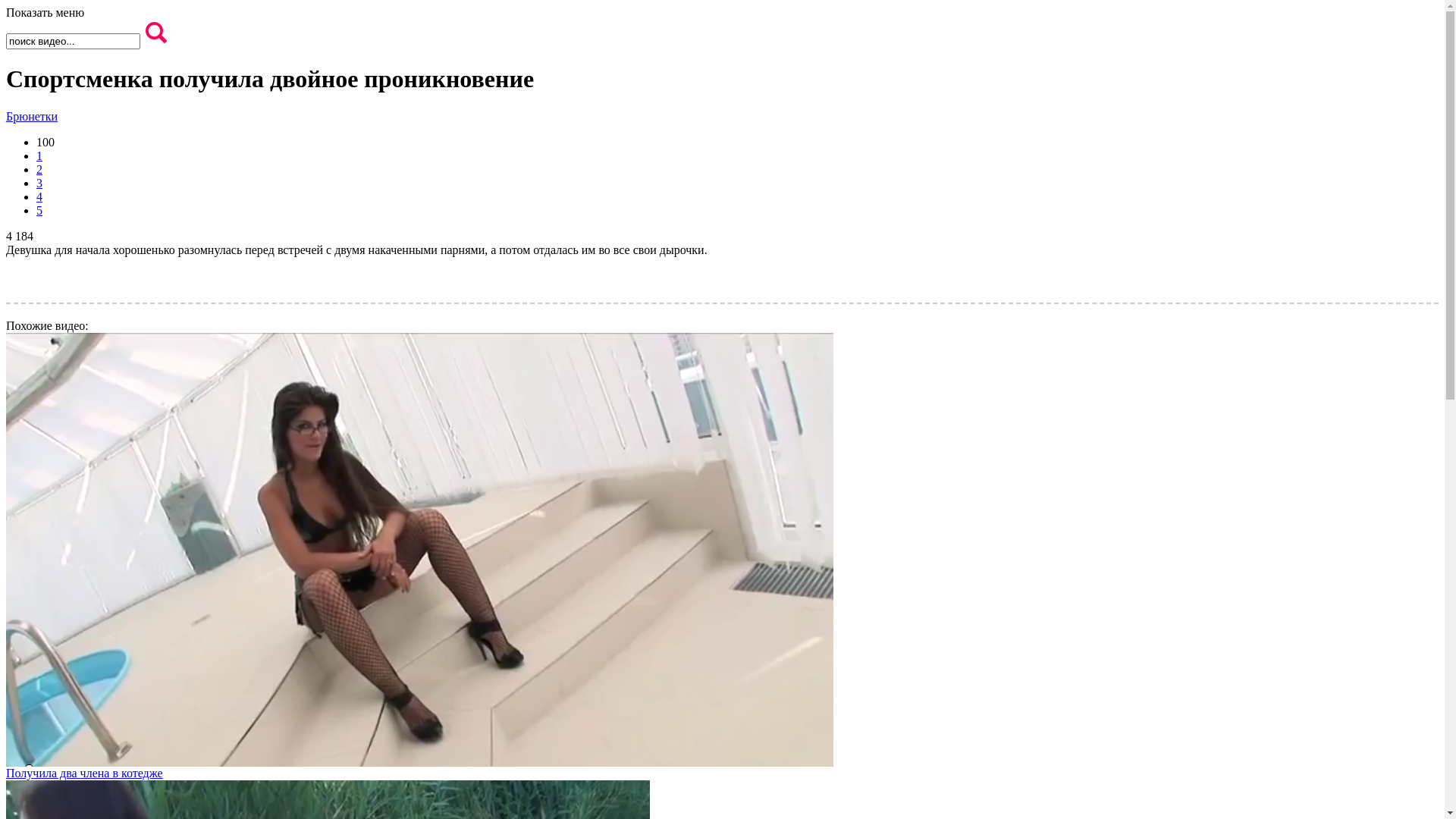  Describe the element at coordinates (39, 169) in the screenshot. I see `'2'` at that location.